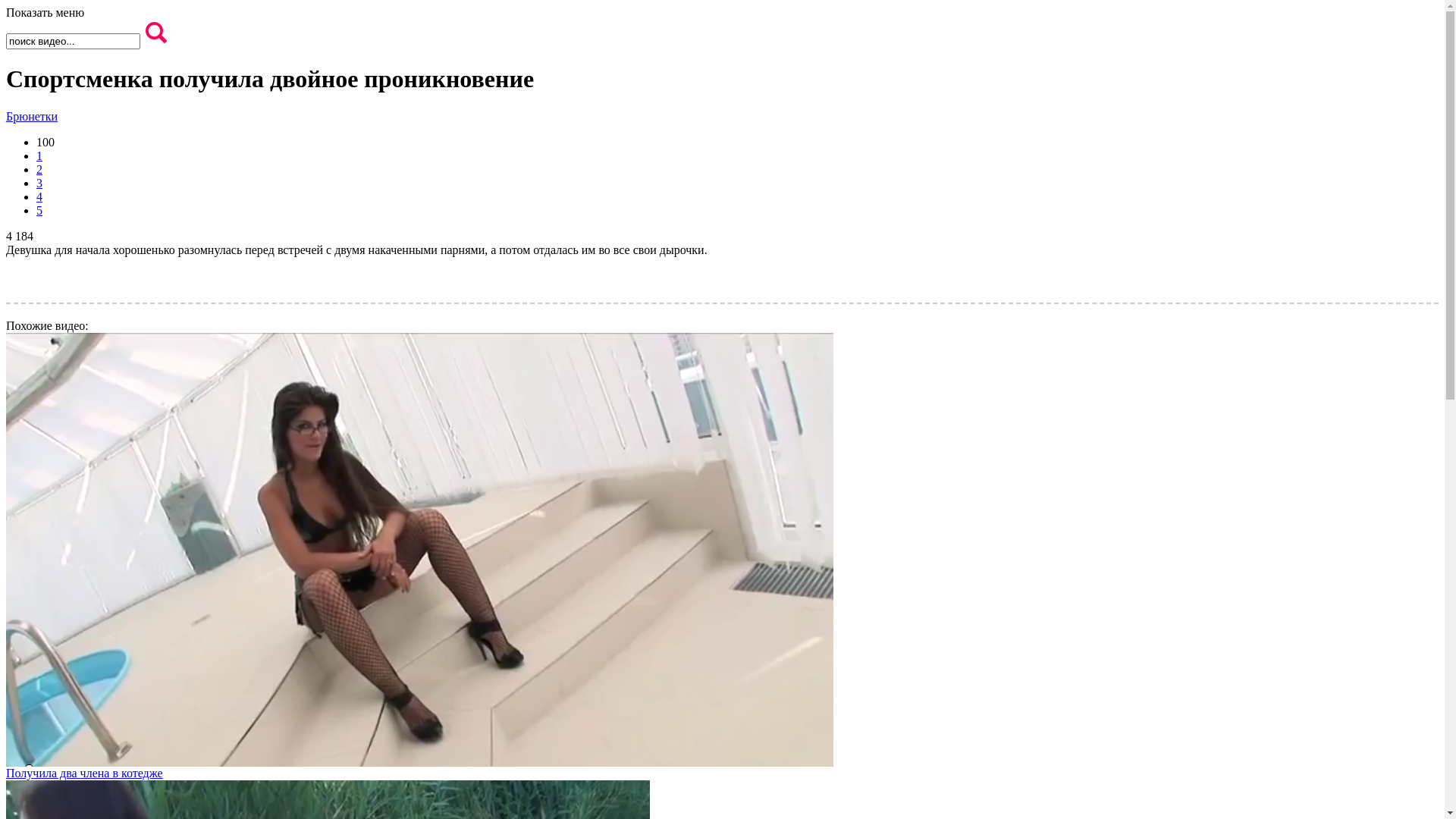  Describe the element at coordinates (39, 169) in the screenshot. I see `'2'` at that location.